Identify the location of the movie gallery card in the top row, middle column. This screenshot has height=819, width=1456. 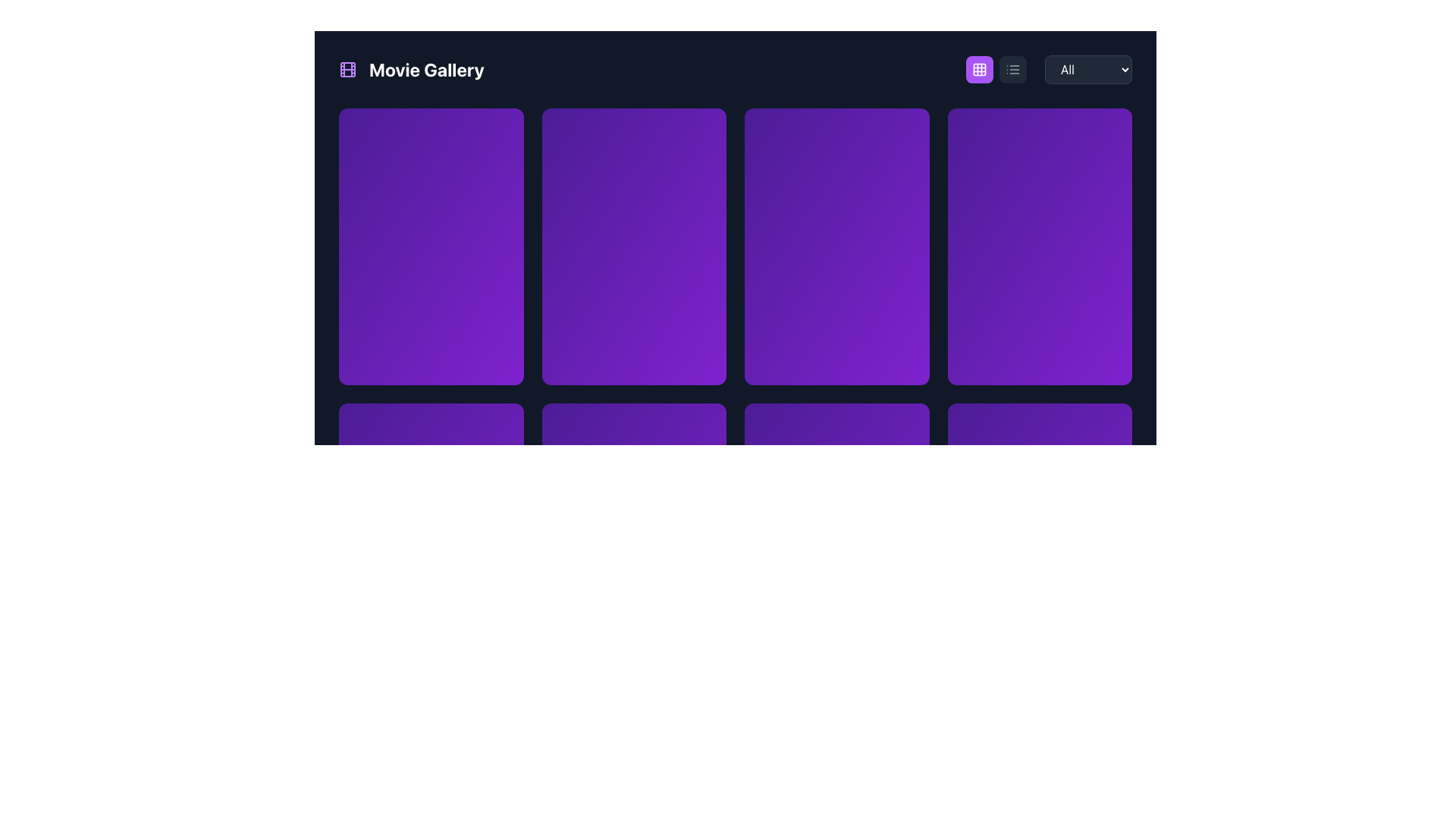
(634, 246).